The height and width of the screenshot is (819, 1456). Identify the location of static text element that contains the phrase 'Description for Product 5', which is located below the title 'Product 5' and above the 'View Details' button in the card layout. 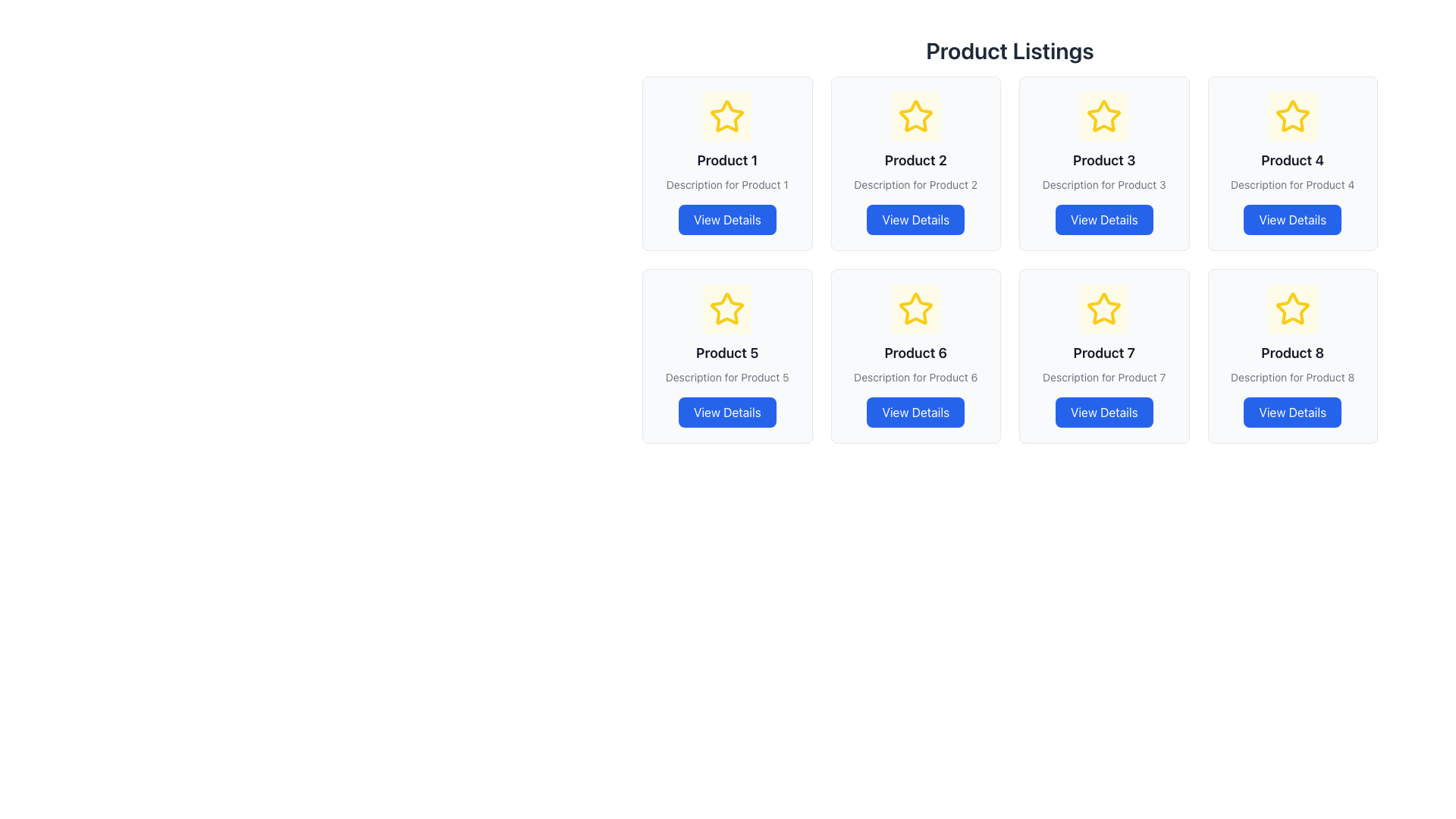
(726, 376).